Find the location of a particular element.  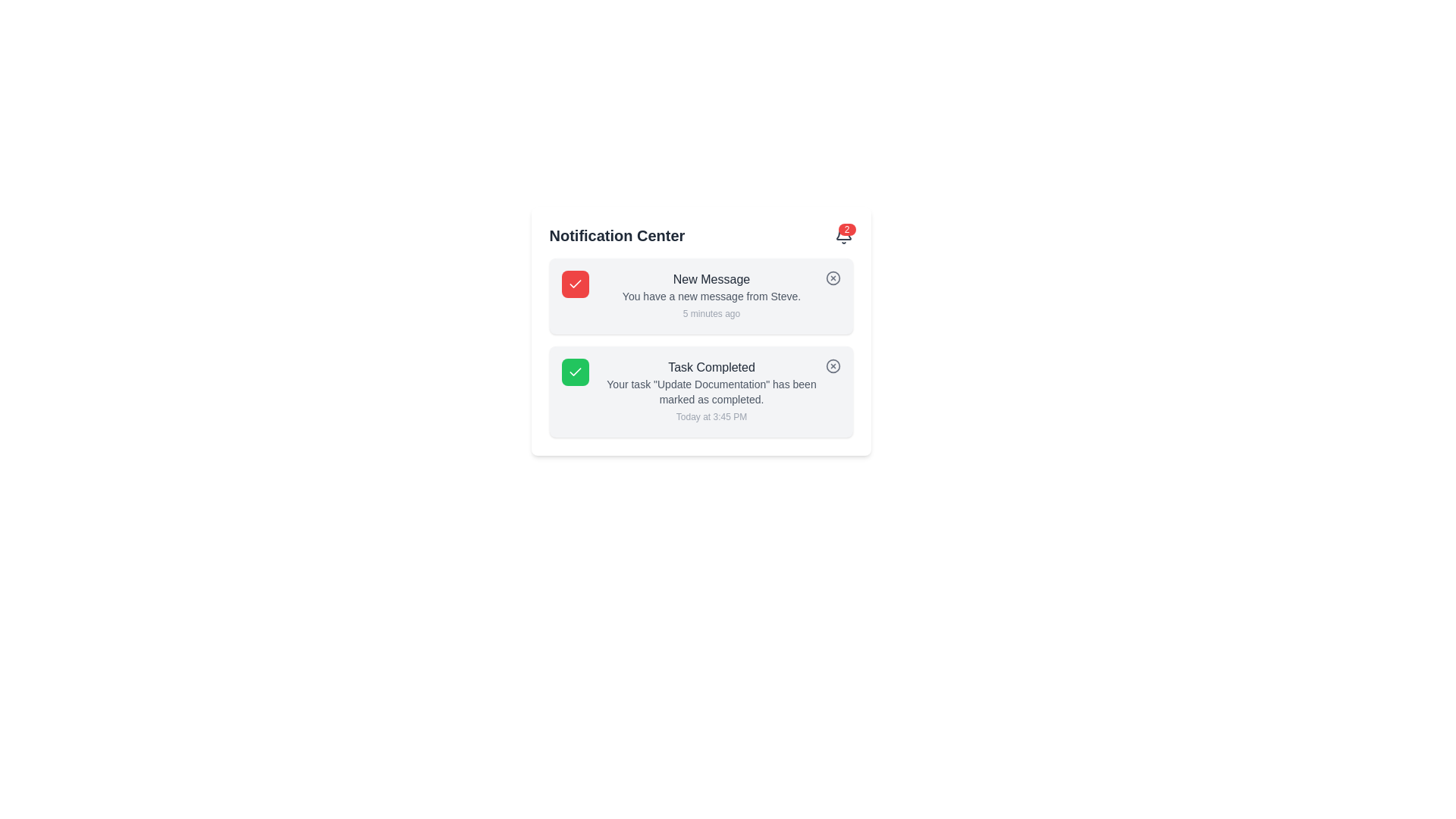

the textual label that reads 'Task Completed', which is prominently displayed in gray color above the task details in the Notification Center interface is located at coordinates (711, 368).